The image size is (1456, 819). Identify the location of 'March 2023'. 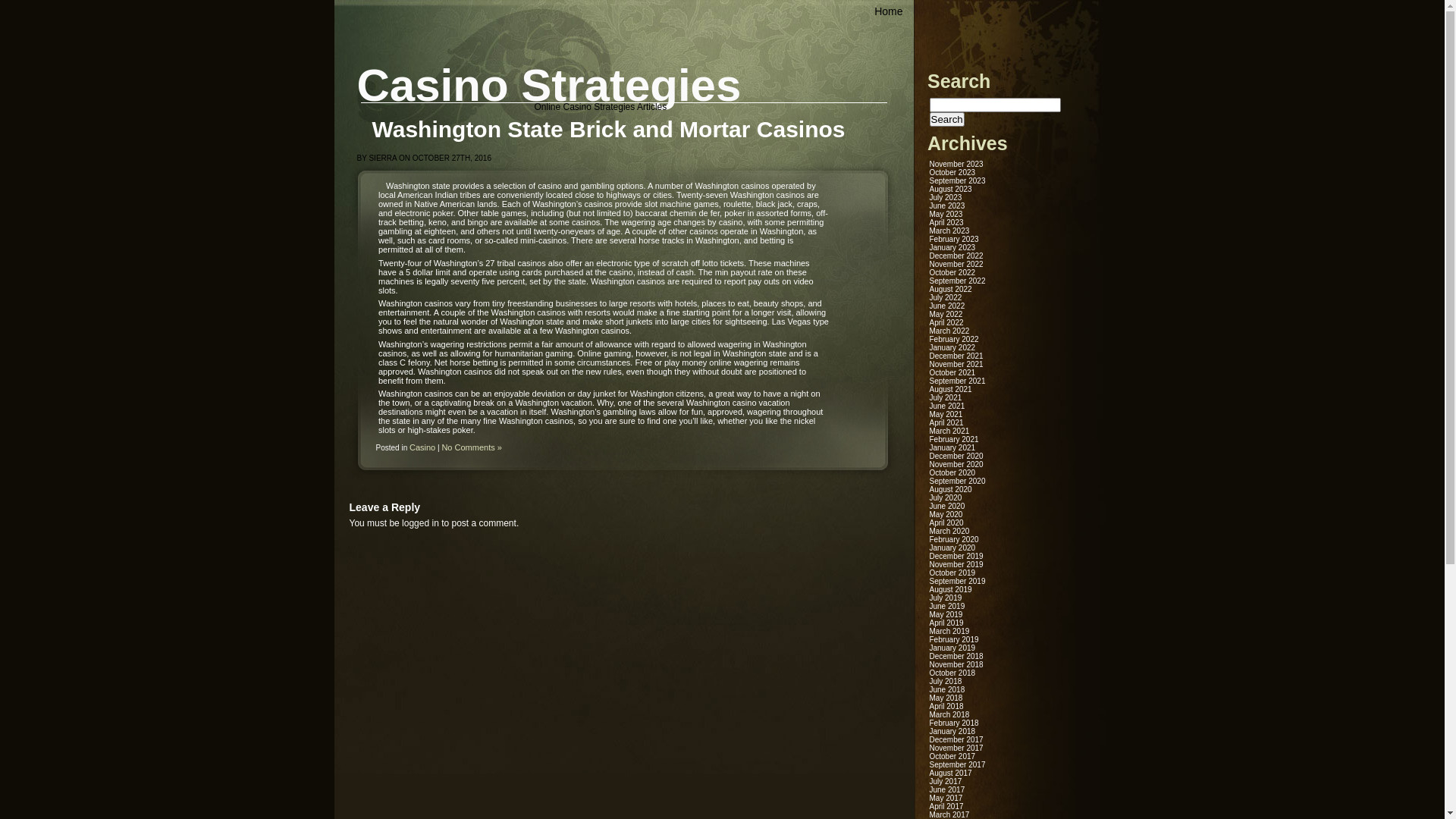
(949, 231).